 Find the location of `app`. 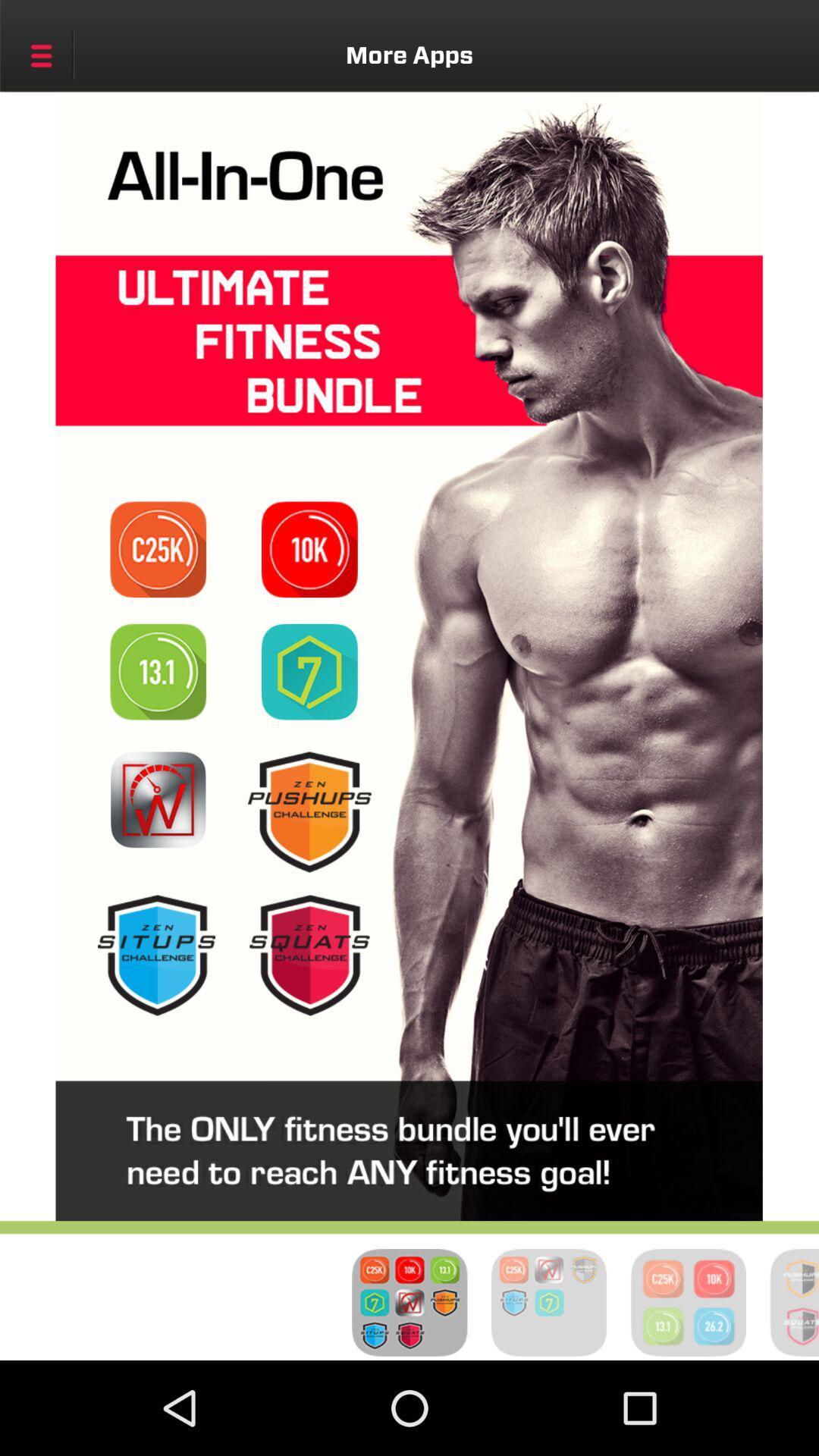

app is located at coordinates (158, 799).